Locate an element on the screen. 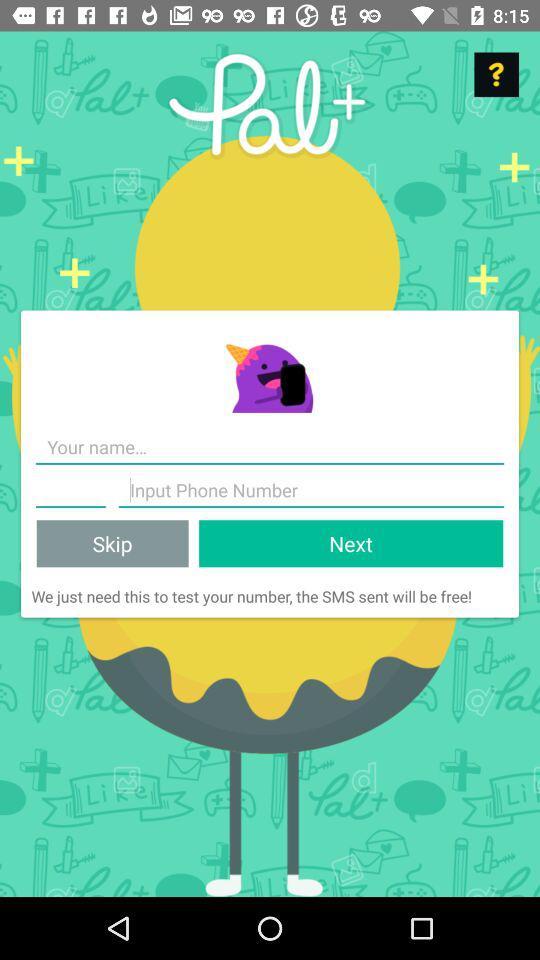 The image size is (540, 960). type your phone number is located at coordinates (311, 489).